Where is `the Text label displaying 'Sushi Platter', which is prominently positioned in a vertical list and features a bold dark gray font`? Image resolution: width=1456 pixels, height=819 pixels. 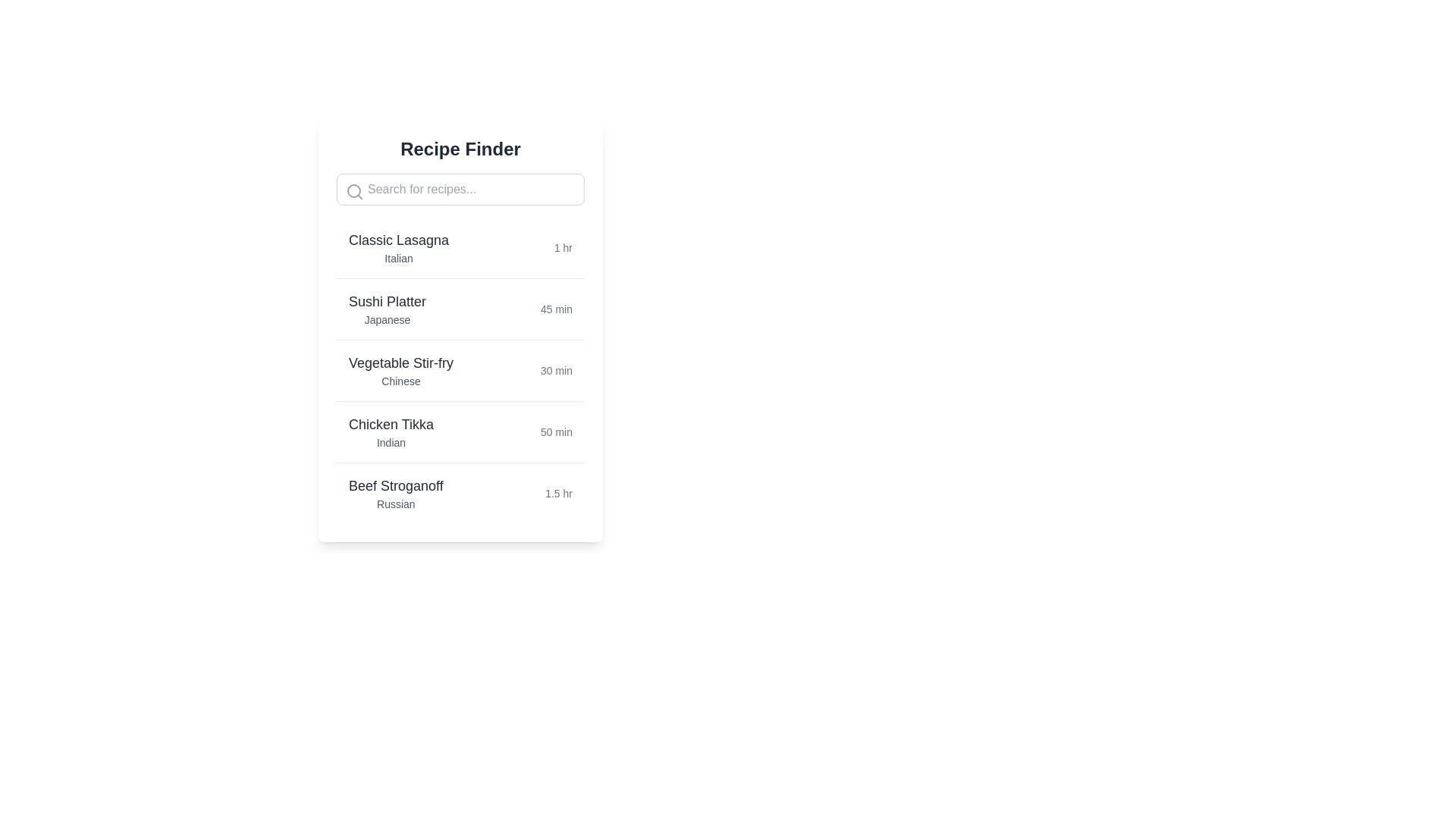 the Text label displaying 'Sushi Platter', which is prominently positioned in a vertical list and features a bold dark gray font is located at coordinates (388, 301).